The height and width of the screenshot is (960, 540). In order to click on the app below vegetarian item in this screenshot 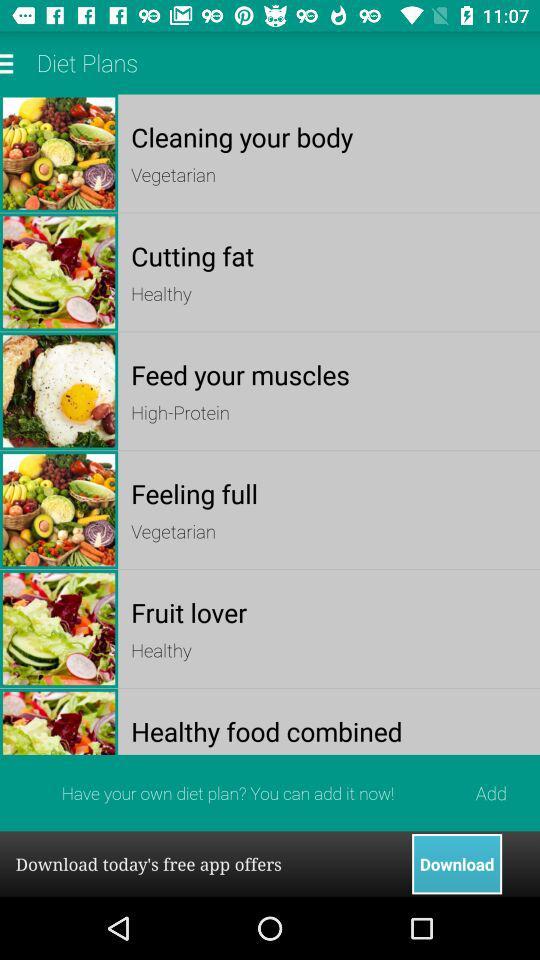, I will do `click(329, 611)`.